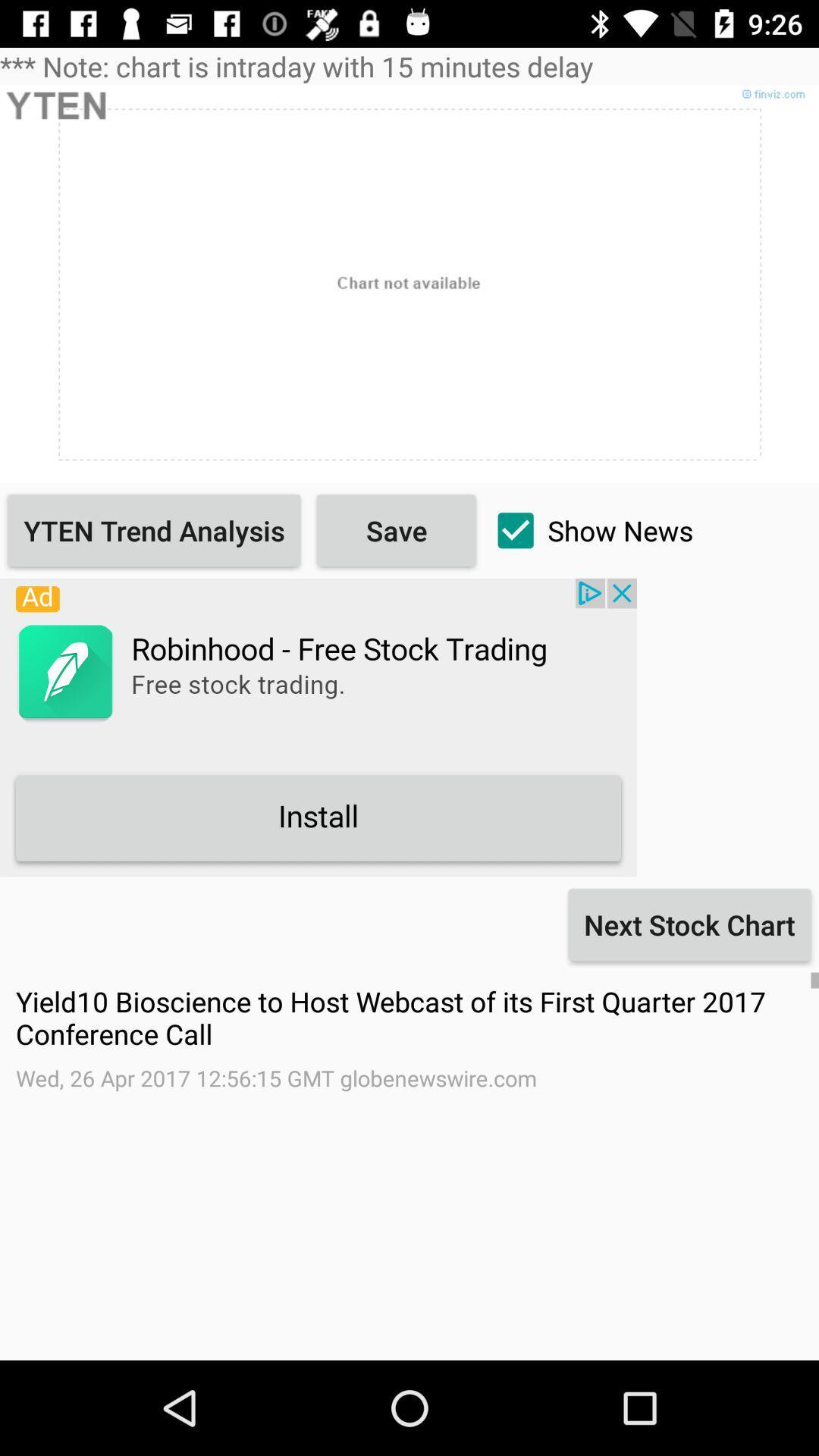 Image resolution: width=819 pixels, height=1456 pixels. Describe the element at coordinates (318, 726) in the screenshot. I see `install app` at that location.